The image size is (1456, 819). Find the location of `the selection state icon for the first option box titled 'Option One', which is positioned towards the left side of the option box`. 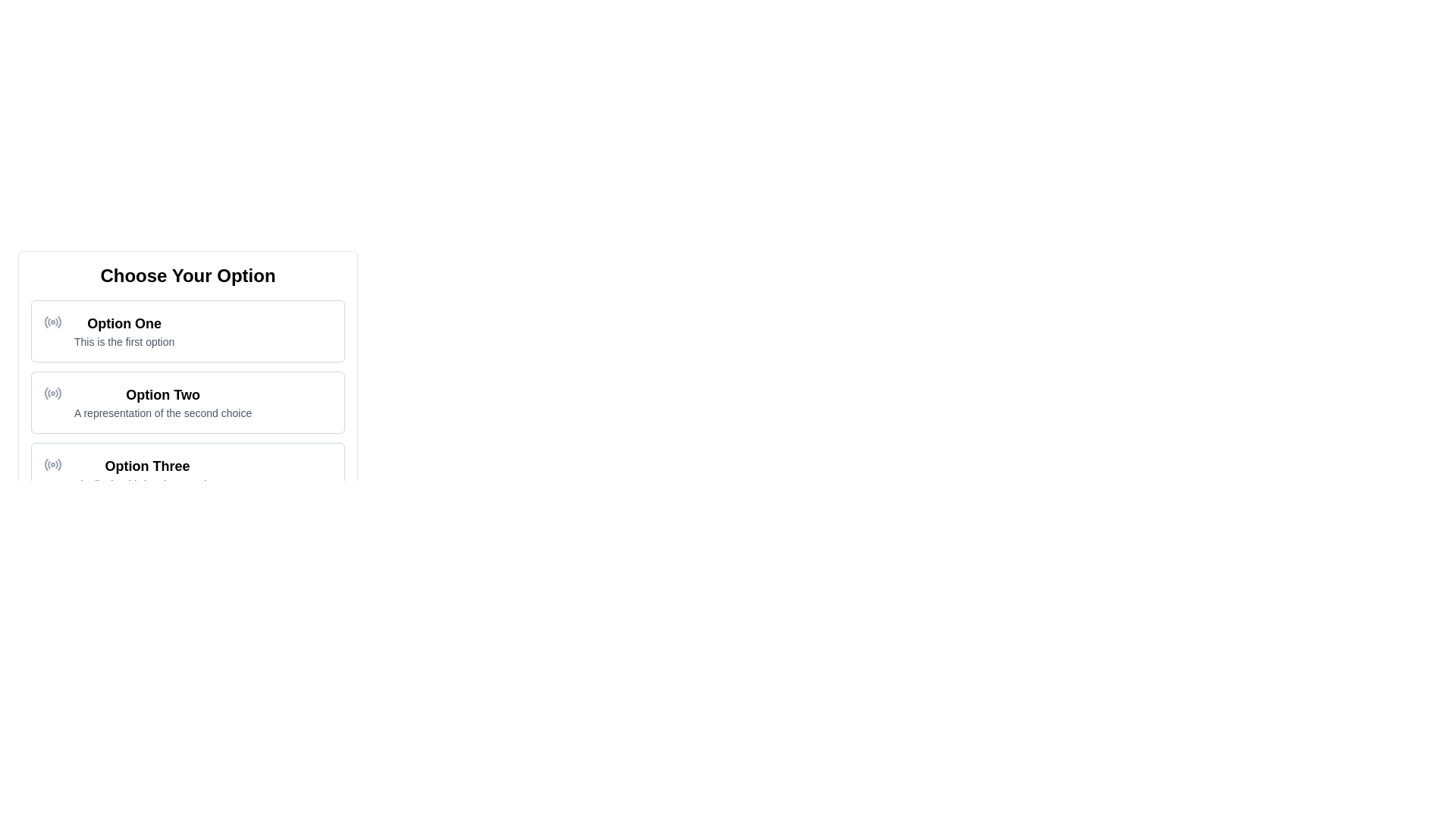

the selection state icon for the first option box titled 'Option One', which is positioned towards the left side of the option box is located at coordinates (53, 321).